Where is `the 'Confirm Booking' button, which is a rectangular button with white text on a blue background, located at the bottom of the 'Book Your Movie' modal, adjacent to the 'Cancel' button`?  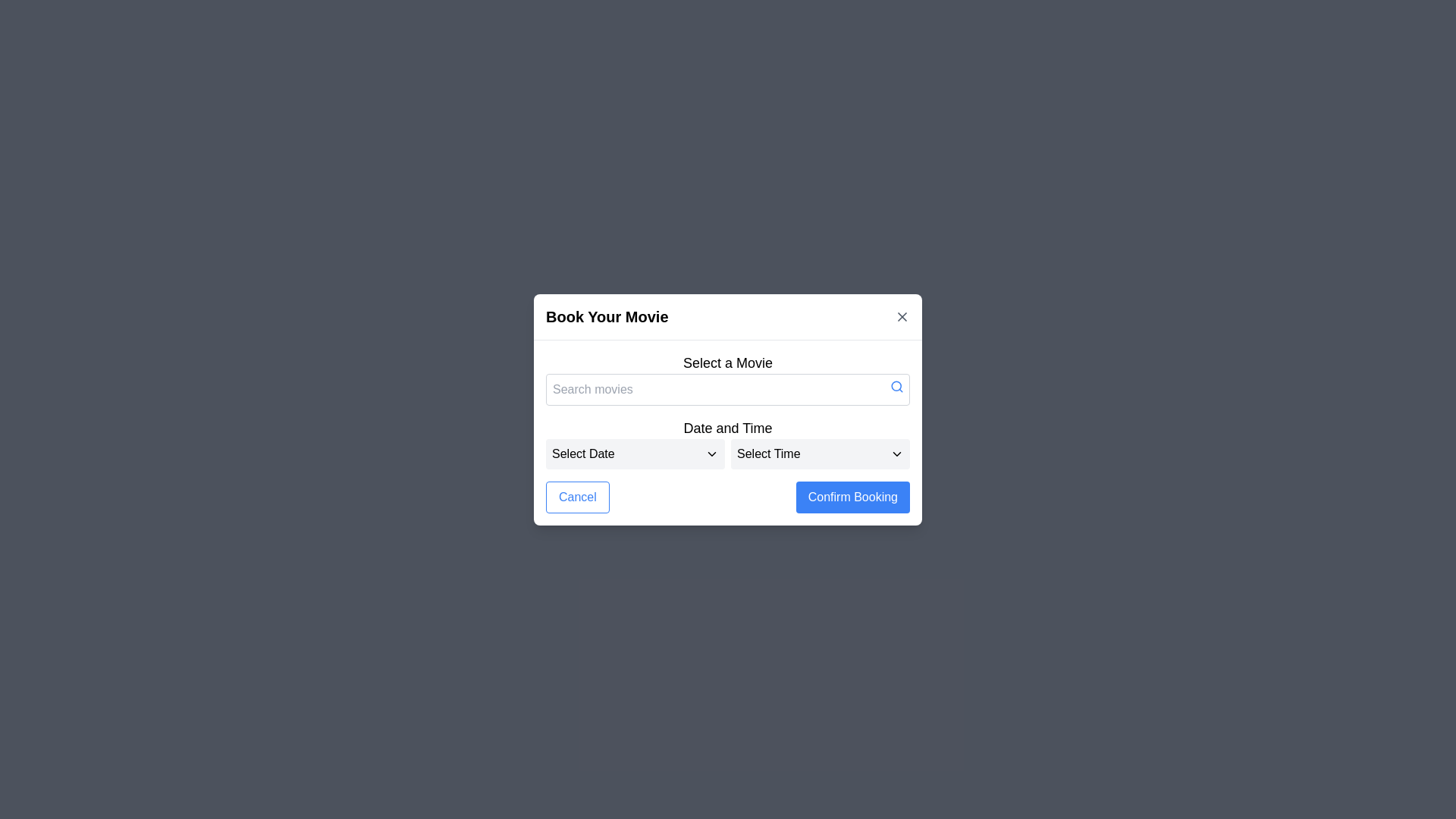
the 'Confirm Booking' button, which is a rectangular button with white text on a blue background, located at the bottom of the 'Book Your Movie' modal, adjacent to the 'Cancel' button is located at coordinates (852, 497).